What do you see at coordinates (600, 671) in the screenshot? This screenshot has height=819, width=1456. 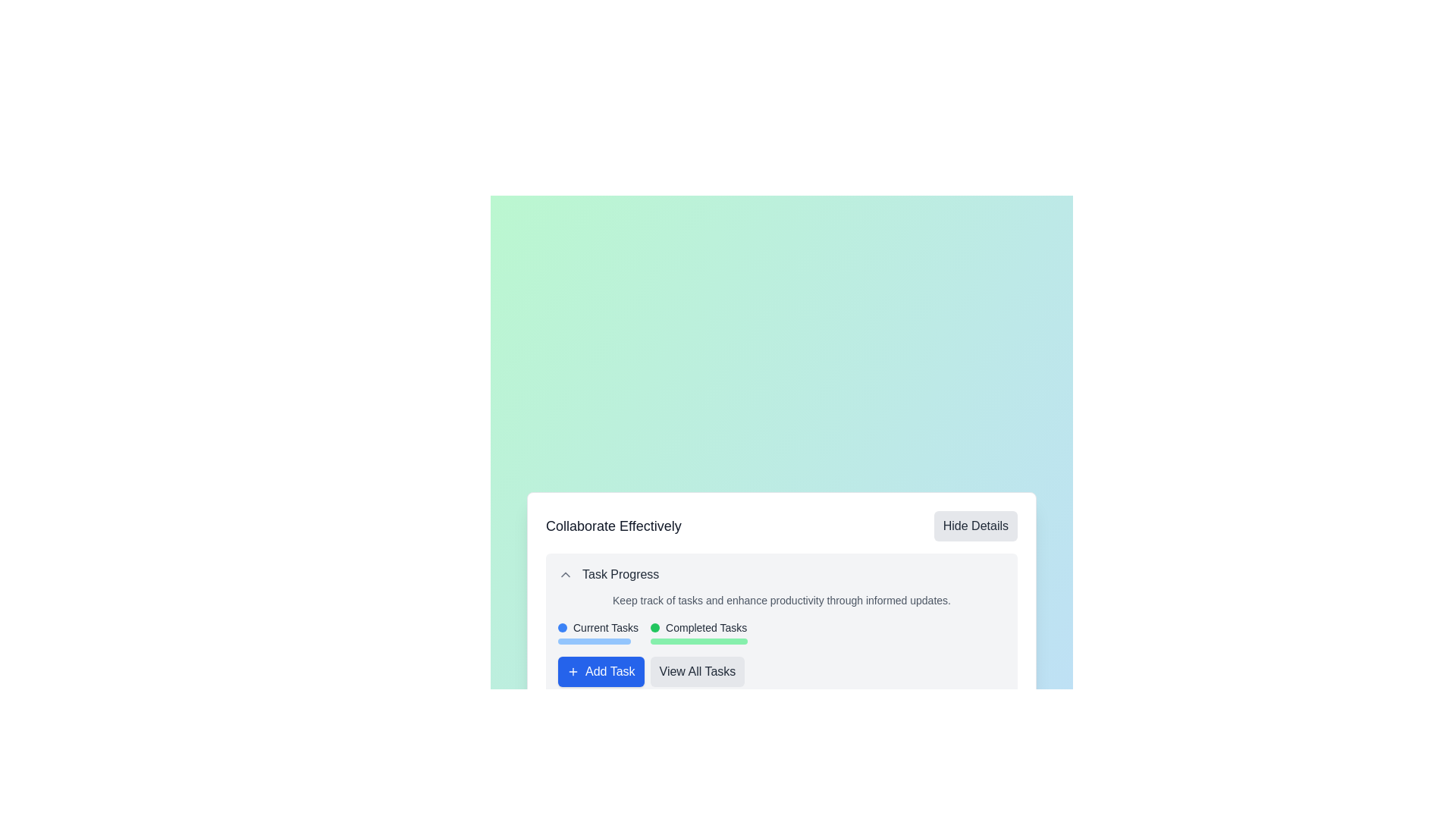 I see `the leftmost button in the 'Task Progress' section` at bounding box center [600, 671].